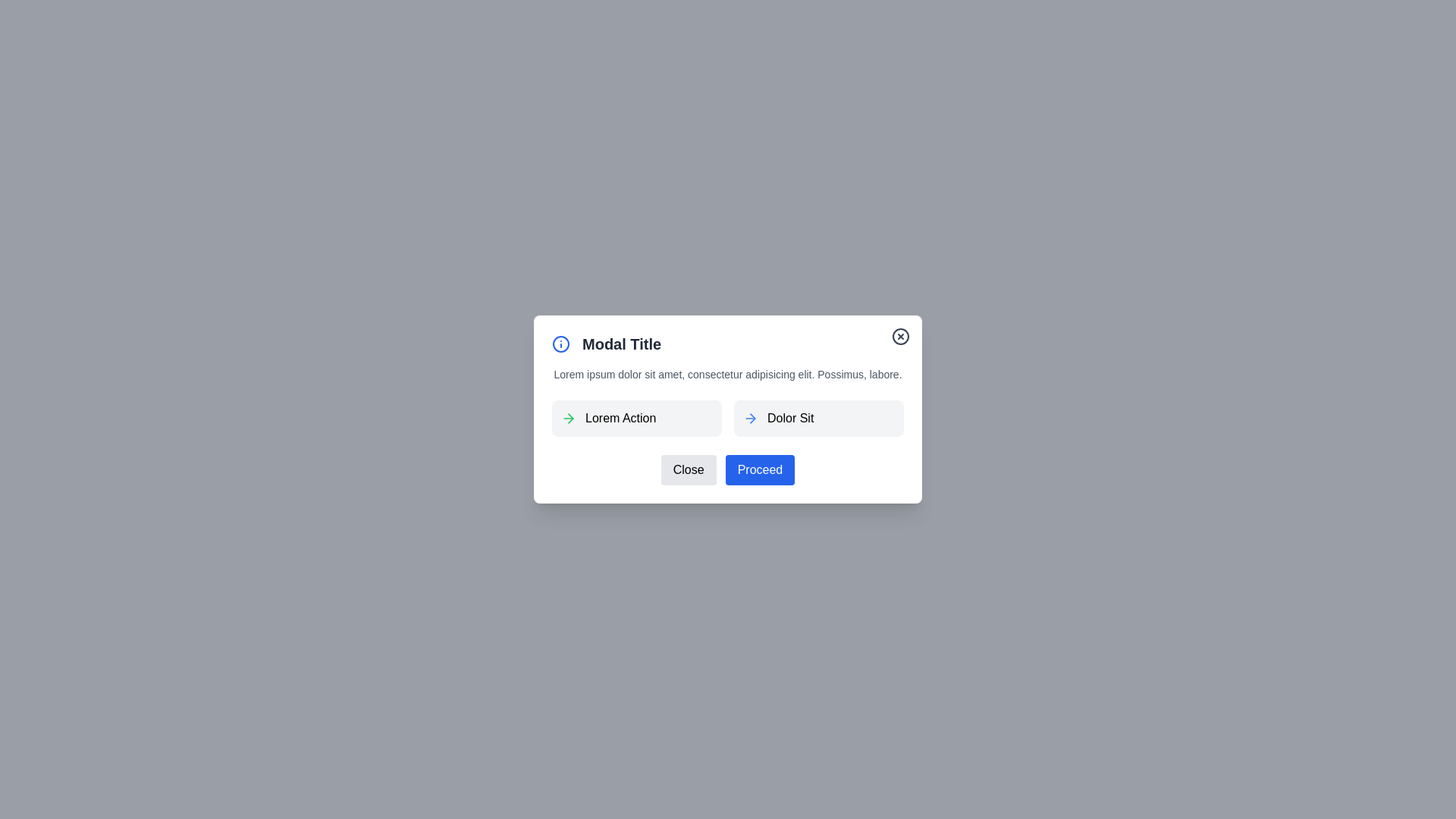  What do you see at coordinates (789, 418) in the screenshot?
I see `the text label 'Dolor Sit' within the modal dialog box` at bounding box center [789, 418].